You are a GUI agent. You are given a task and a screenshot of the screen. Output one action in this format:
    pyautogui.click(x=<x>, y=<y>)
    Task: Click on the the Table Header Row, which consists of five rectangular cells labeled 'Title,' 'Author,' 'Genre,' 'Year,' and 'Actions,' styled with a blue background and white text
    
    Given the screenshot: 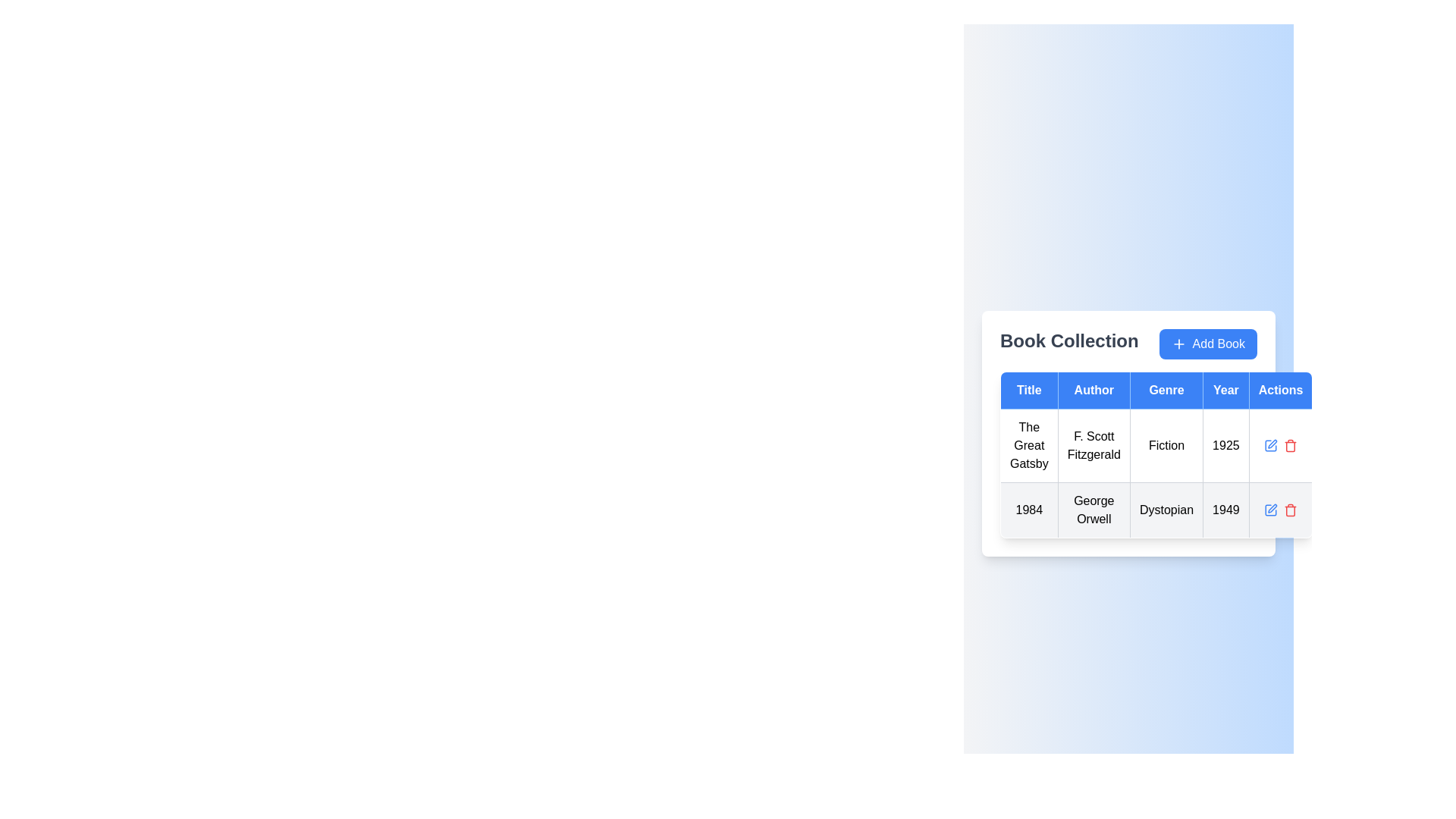 What is the action you would take?
    pyautogui.click(x=1156, y=390)
    